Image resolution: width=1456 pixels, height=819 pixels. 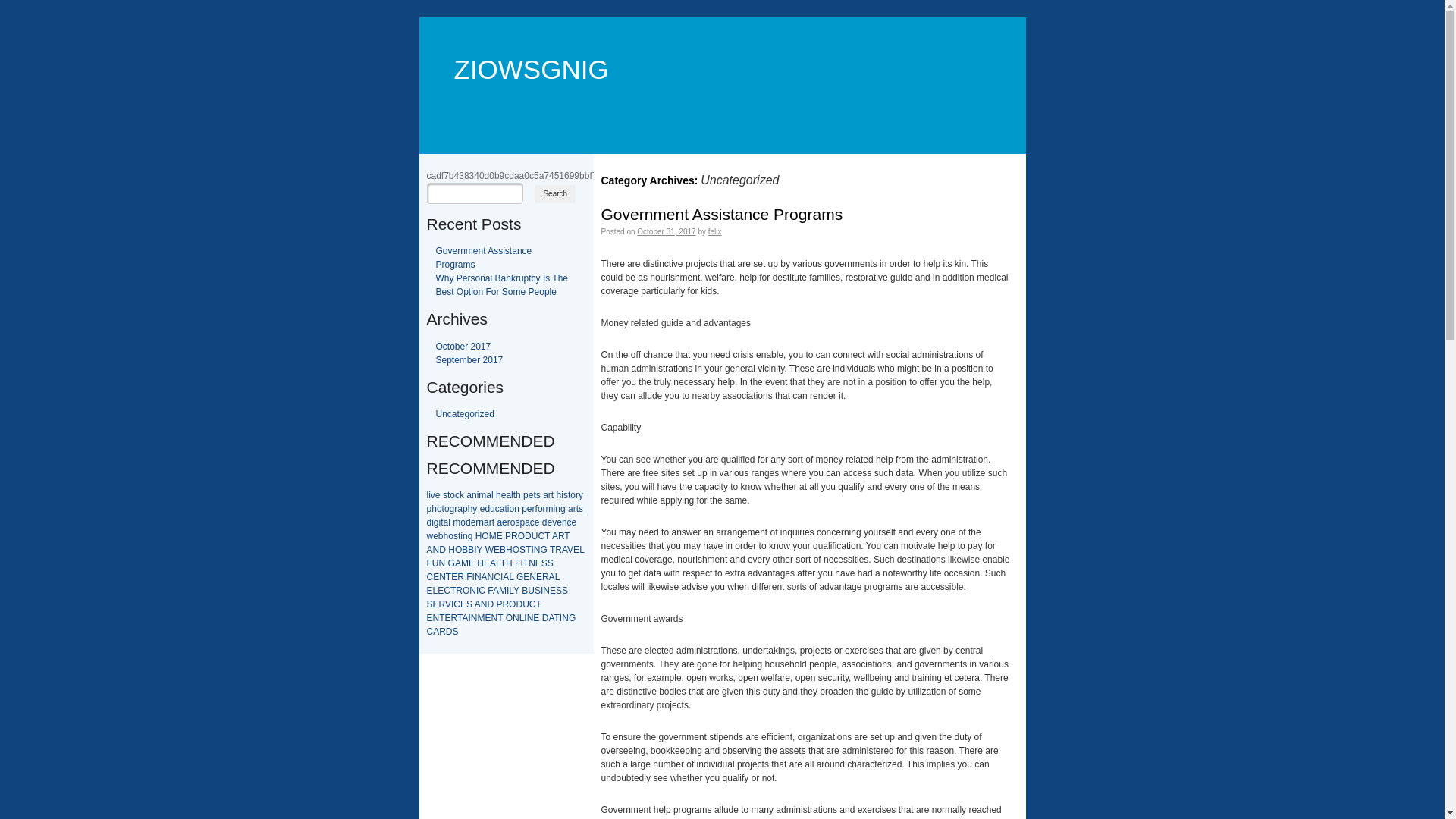 I want to click on 'T', so click(x=566, y=535).